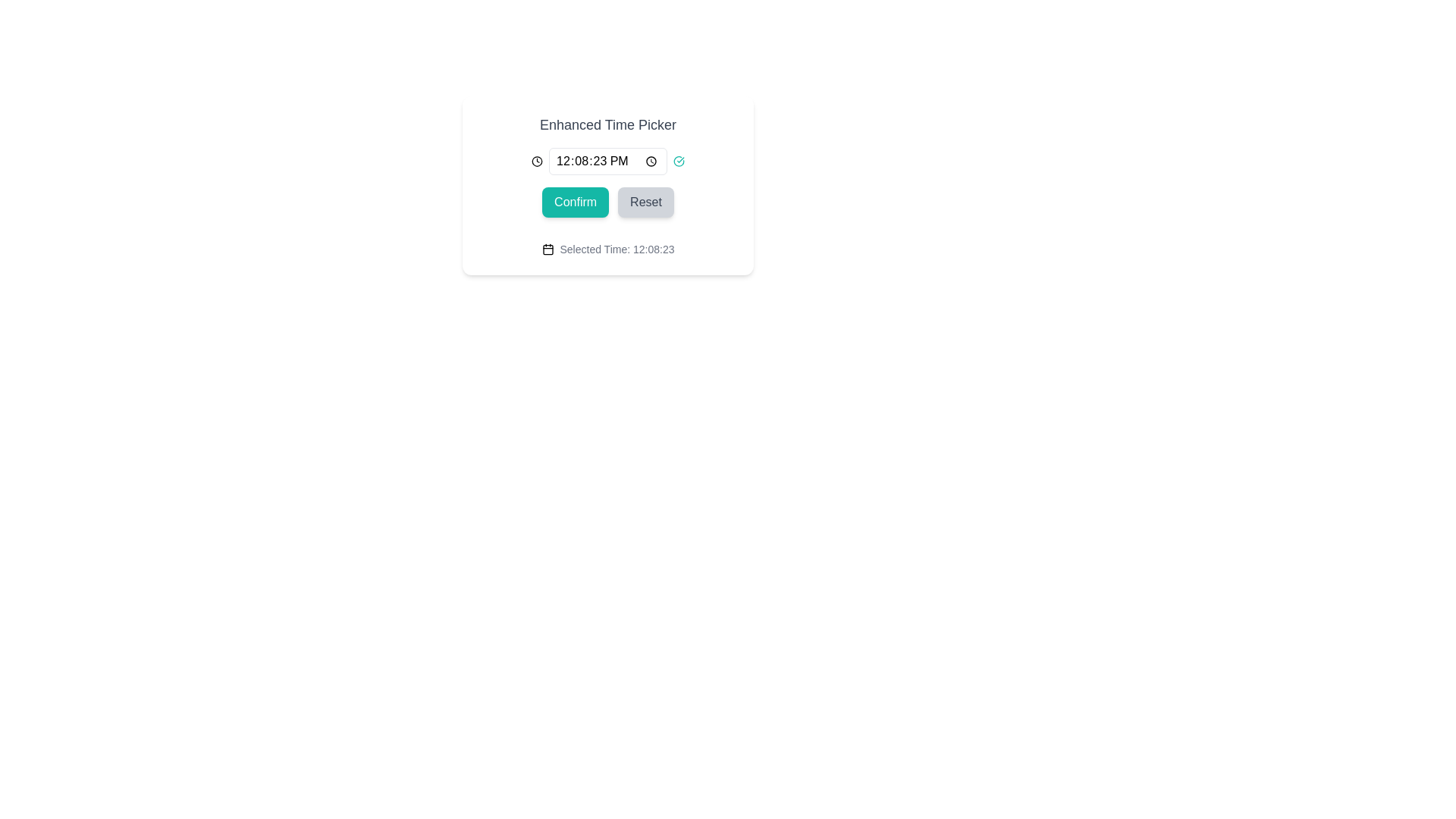 The image size is (1456, 819). What do you see at coordinates (607, 185) in the screenshot?
I see `the submit button located directly below the time input field in the 'Enhanced Time Picker' dialog` at bounding box center [607, 185].